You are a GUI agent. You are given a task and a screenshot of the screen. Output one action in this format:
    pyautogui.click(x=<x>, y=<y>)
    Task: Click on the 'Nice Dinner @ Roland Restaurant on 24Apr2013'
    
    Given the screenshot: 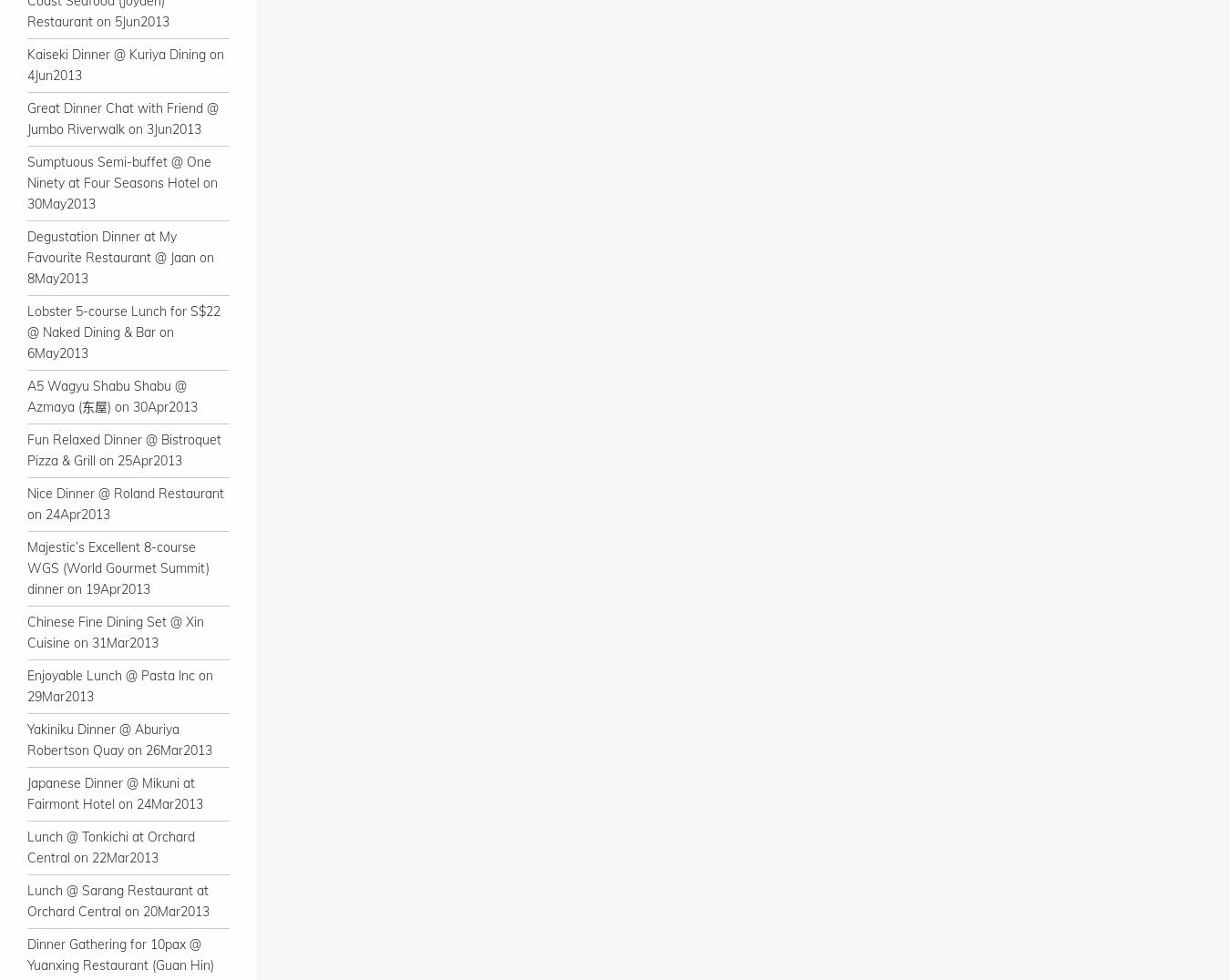 What is the action you would take?
    pyautogui.click(x=26, y=503)
    